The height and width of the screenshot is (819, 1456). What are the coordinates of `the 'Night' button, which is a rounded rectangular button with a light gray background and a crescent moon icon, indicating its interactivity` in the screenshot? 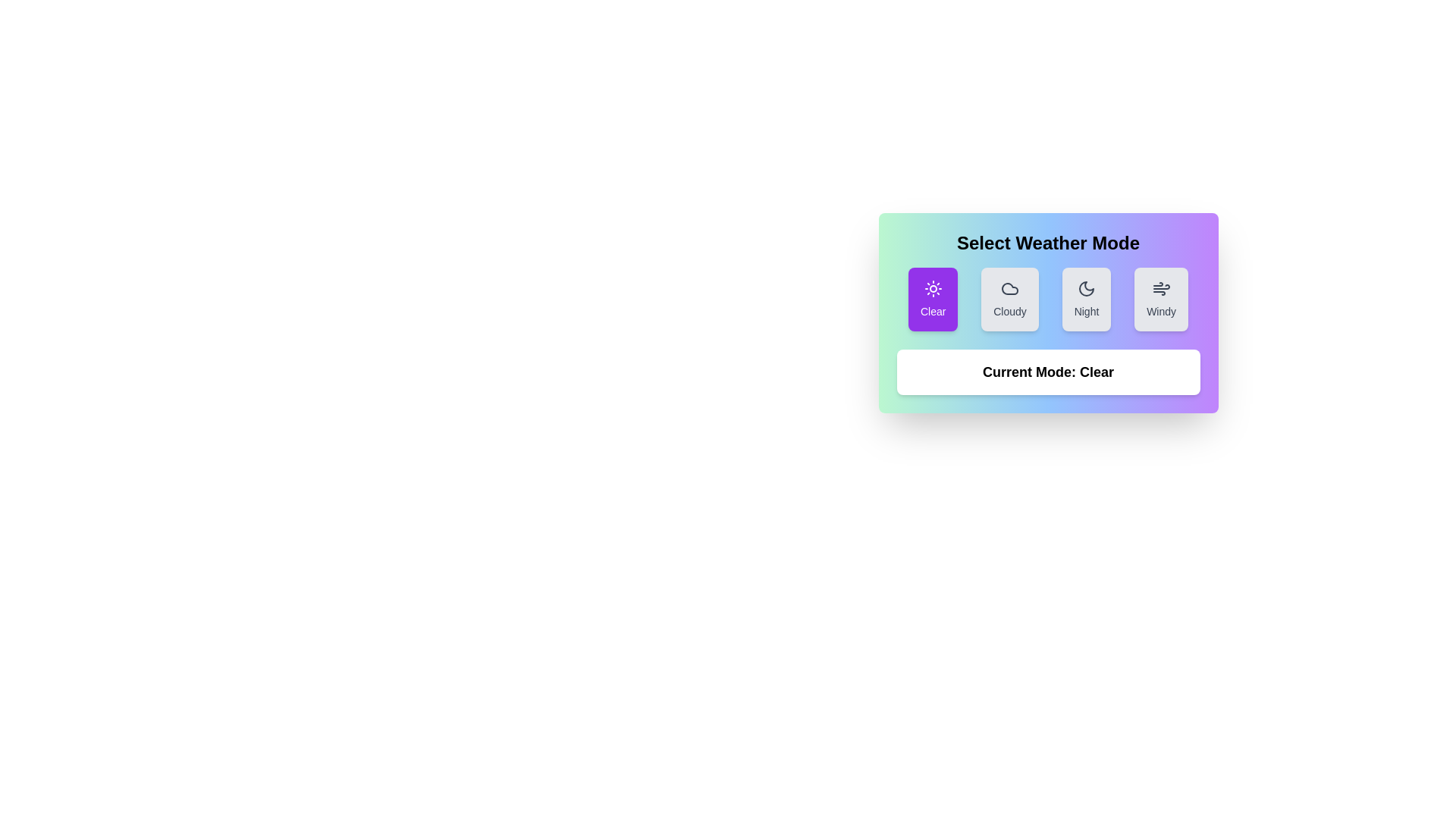 It's located at (1085, 299).